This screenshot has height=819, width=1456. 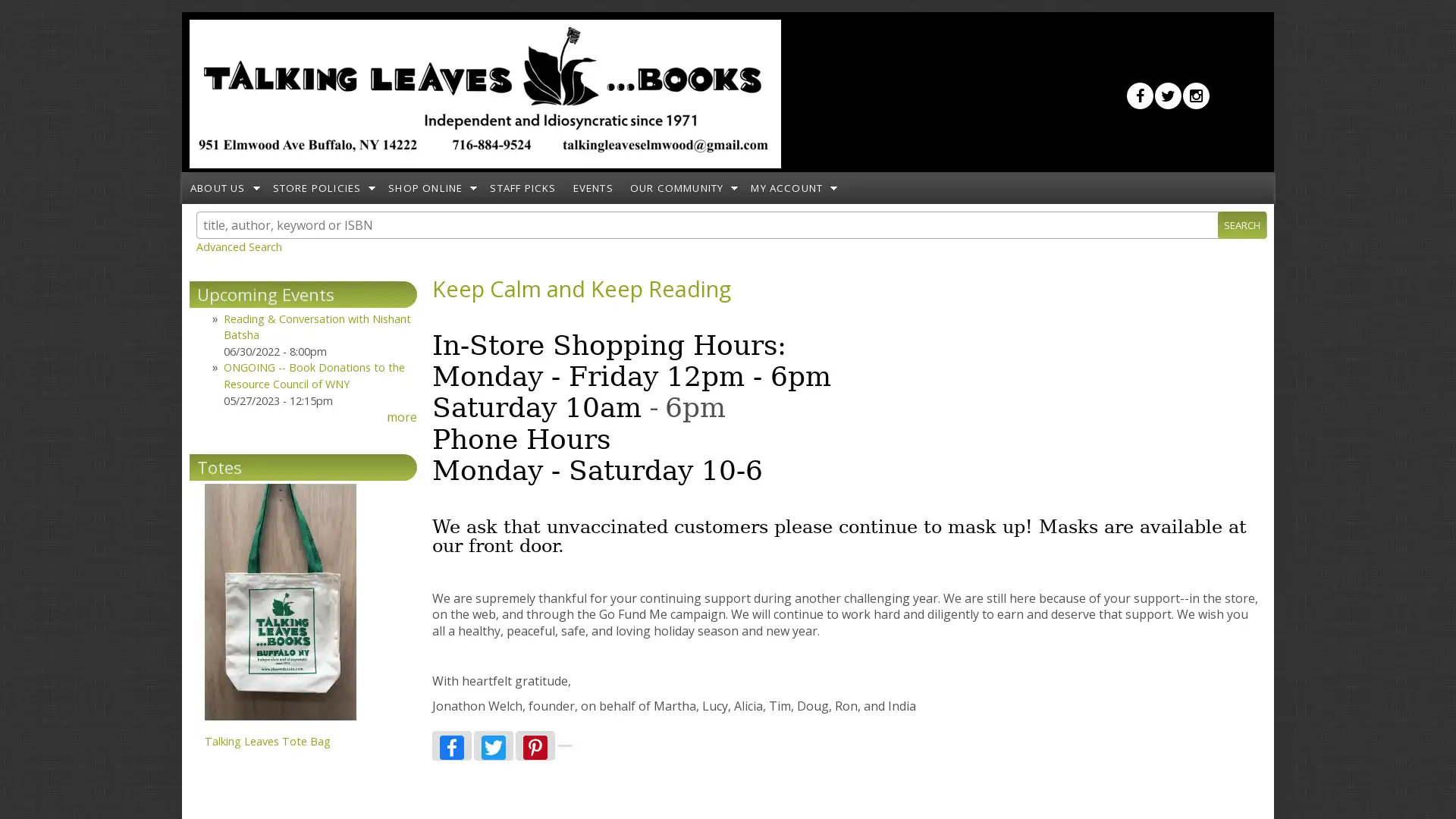 I want to click on Search, so click(x=1241, y=192).